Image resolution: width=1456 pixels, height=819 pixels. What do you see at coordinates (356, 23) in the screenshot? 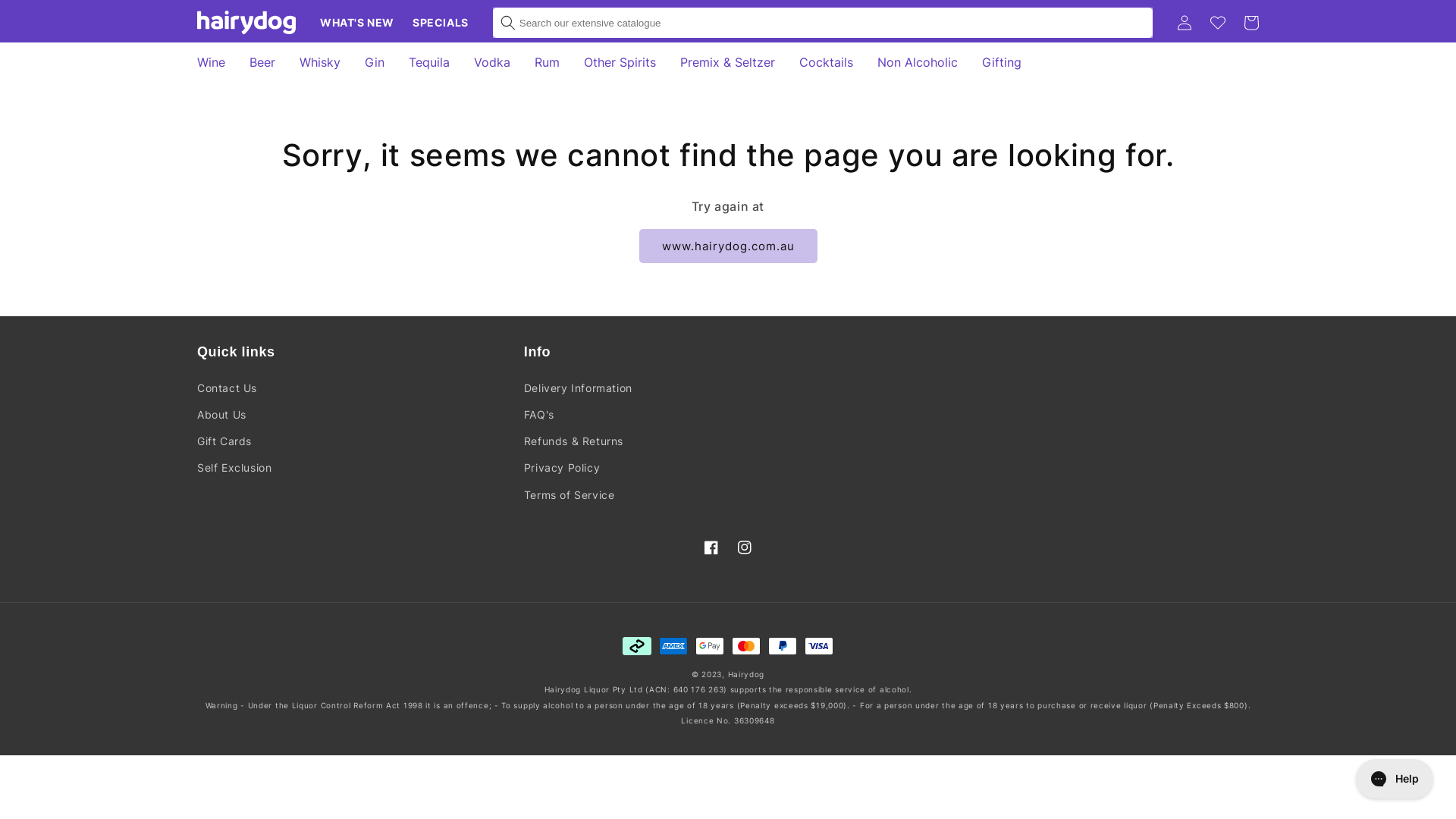
I see `'WHAT'S NEW'` at bounding box center [356, 23].